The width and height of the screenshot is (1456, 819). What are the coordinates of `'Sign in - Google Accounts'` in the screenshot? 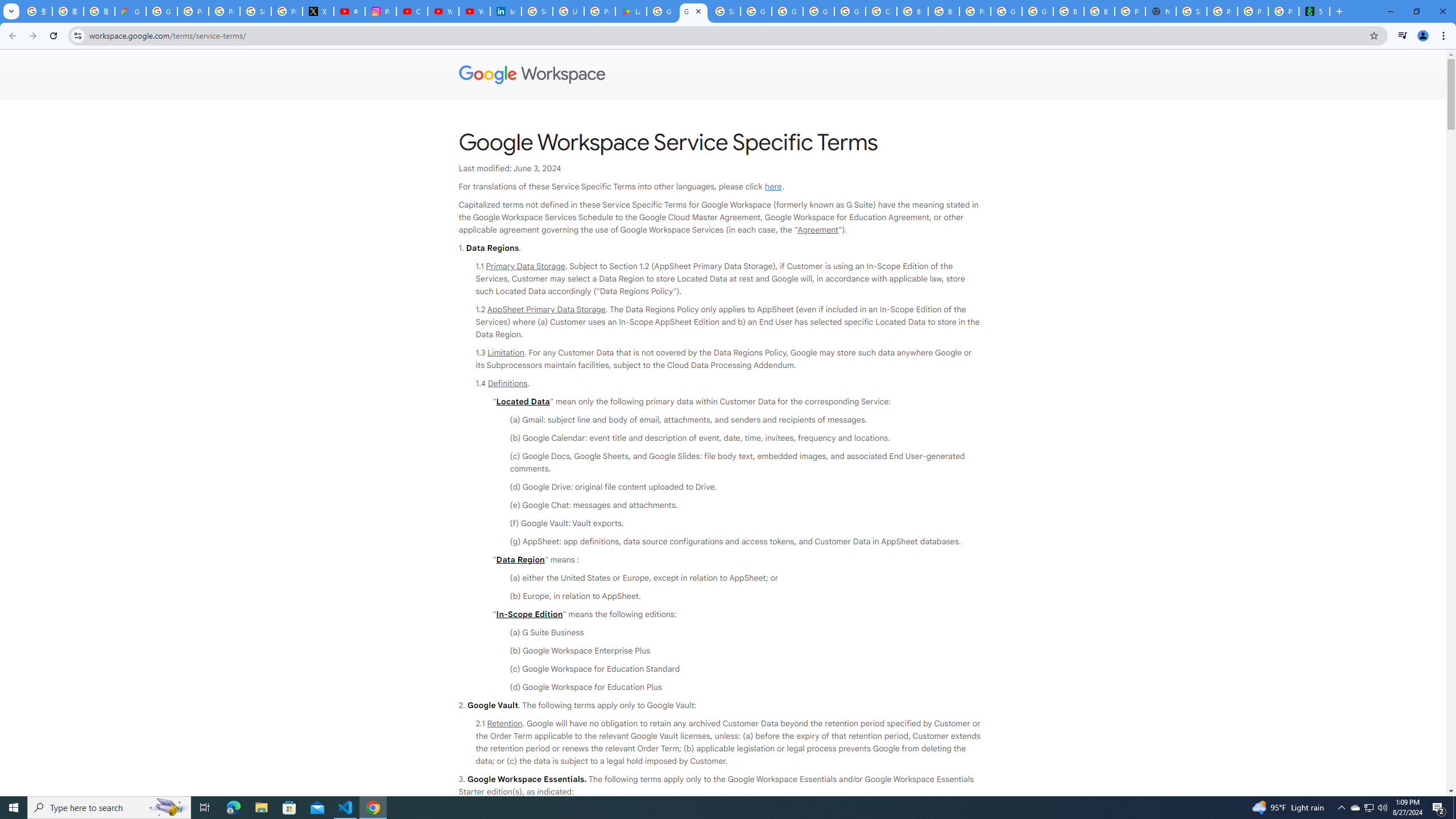 It's located at (536, 11).